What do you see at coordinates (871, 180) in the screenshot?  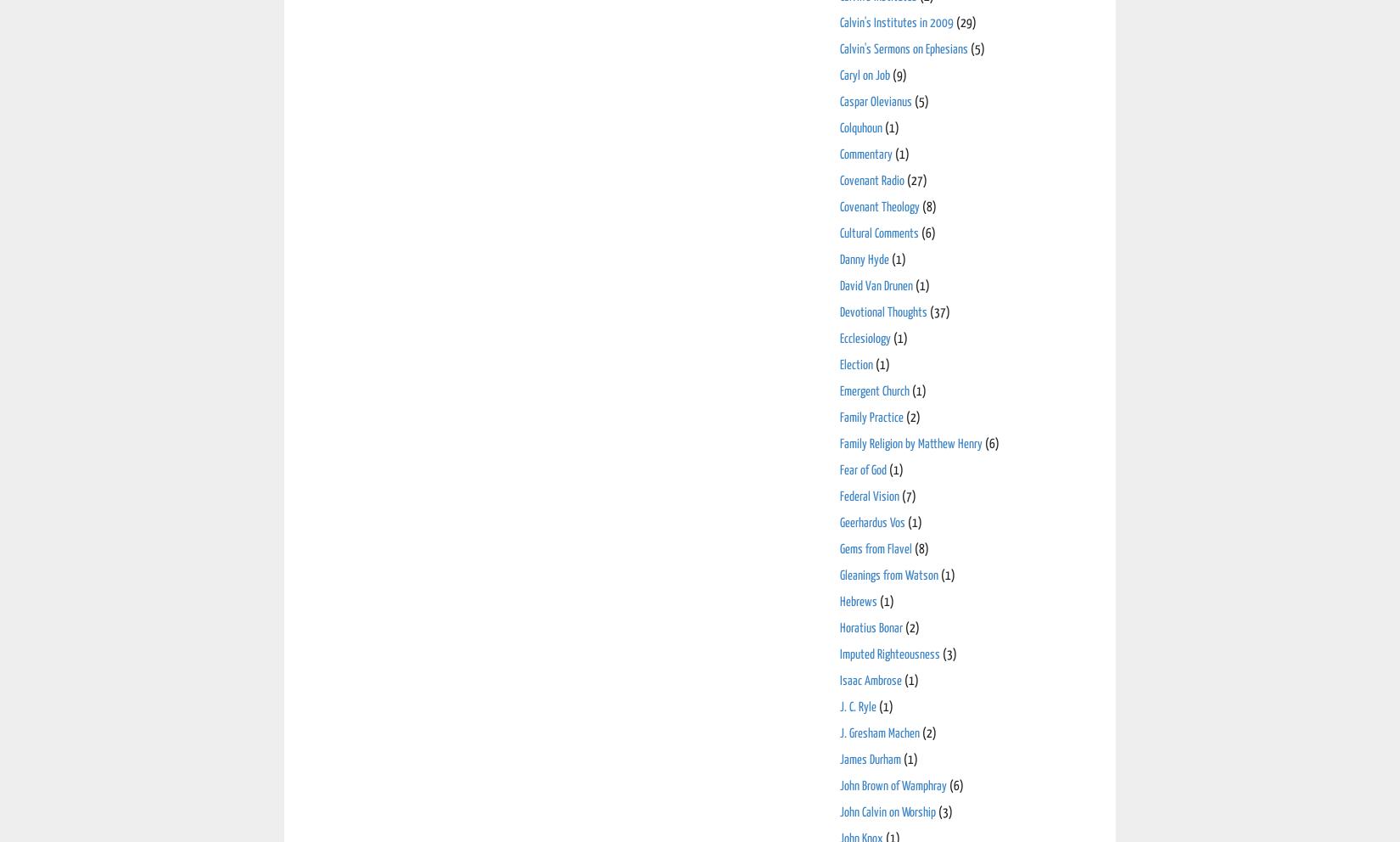 I see `'Covenant Radio'` at bounding box center [871, 180].